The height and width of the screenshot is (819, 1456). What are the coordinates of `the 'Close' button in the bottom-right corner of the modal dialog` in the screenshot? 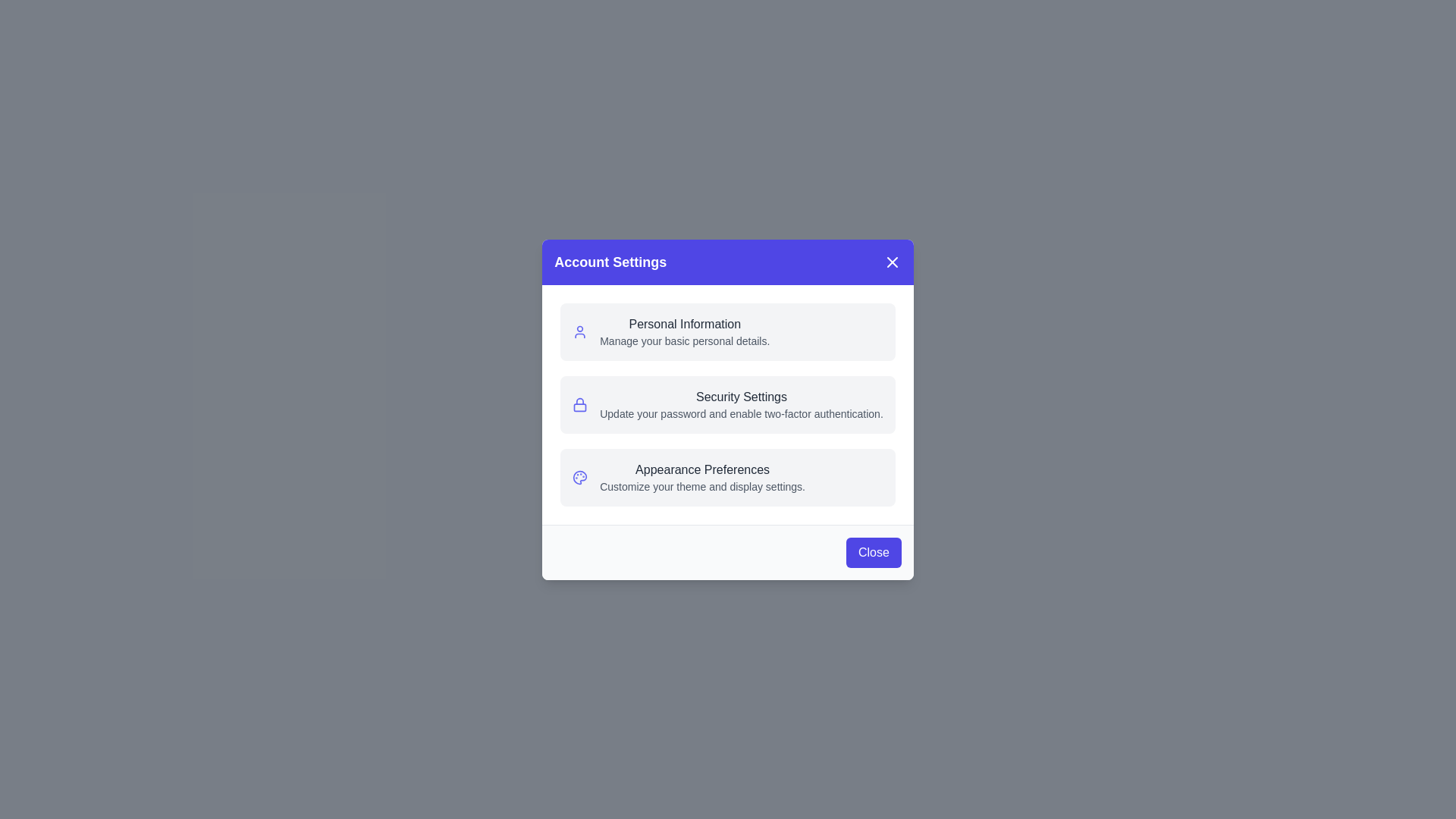 It's located at (874, 552).